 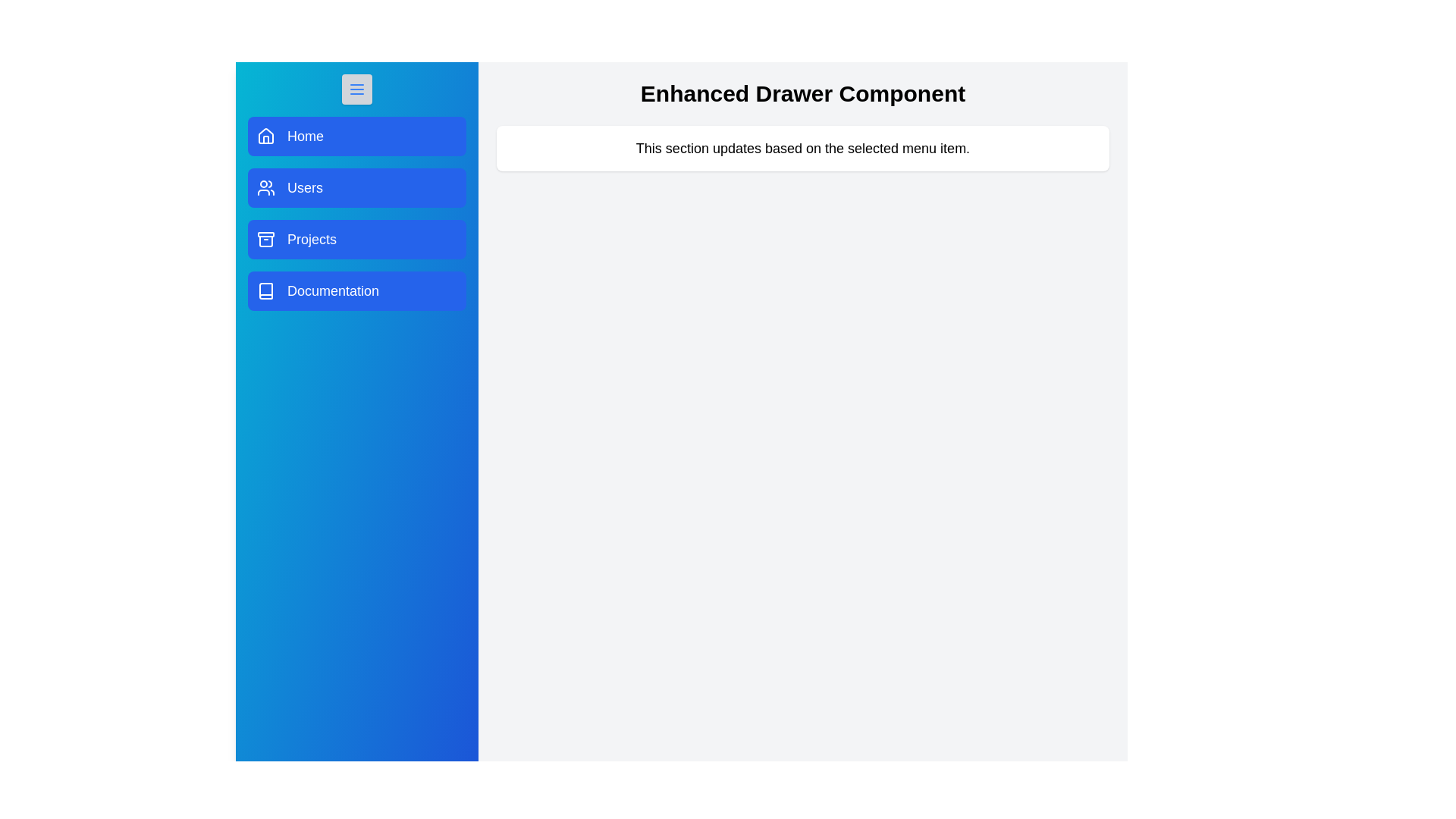 I want to click on the menu item labeled Users to select it, so click(x=356, y=187).